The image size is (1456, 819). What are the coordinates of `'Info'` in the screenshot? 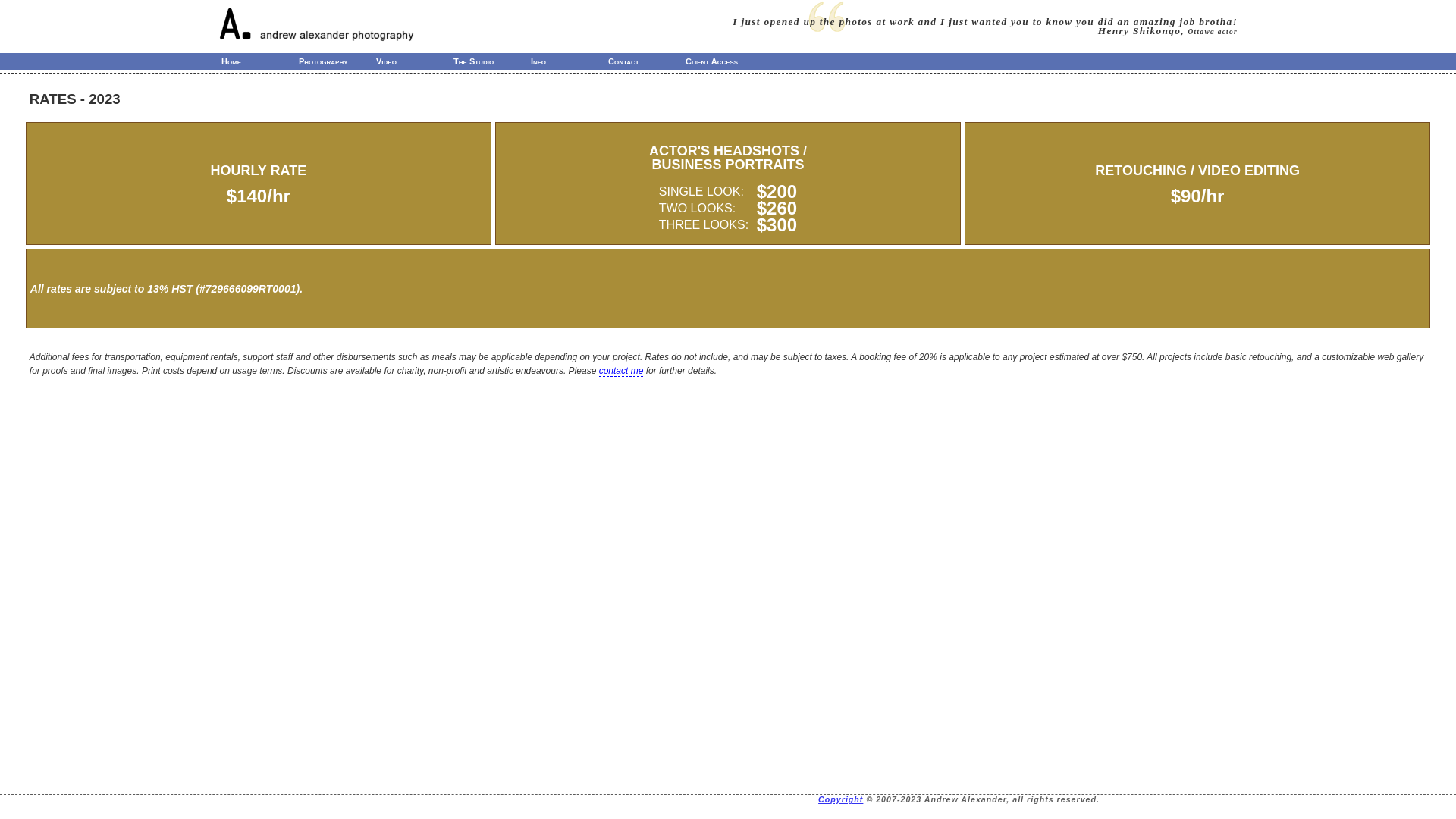 It's located at (568, 61).